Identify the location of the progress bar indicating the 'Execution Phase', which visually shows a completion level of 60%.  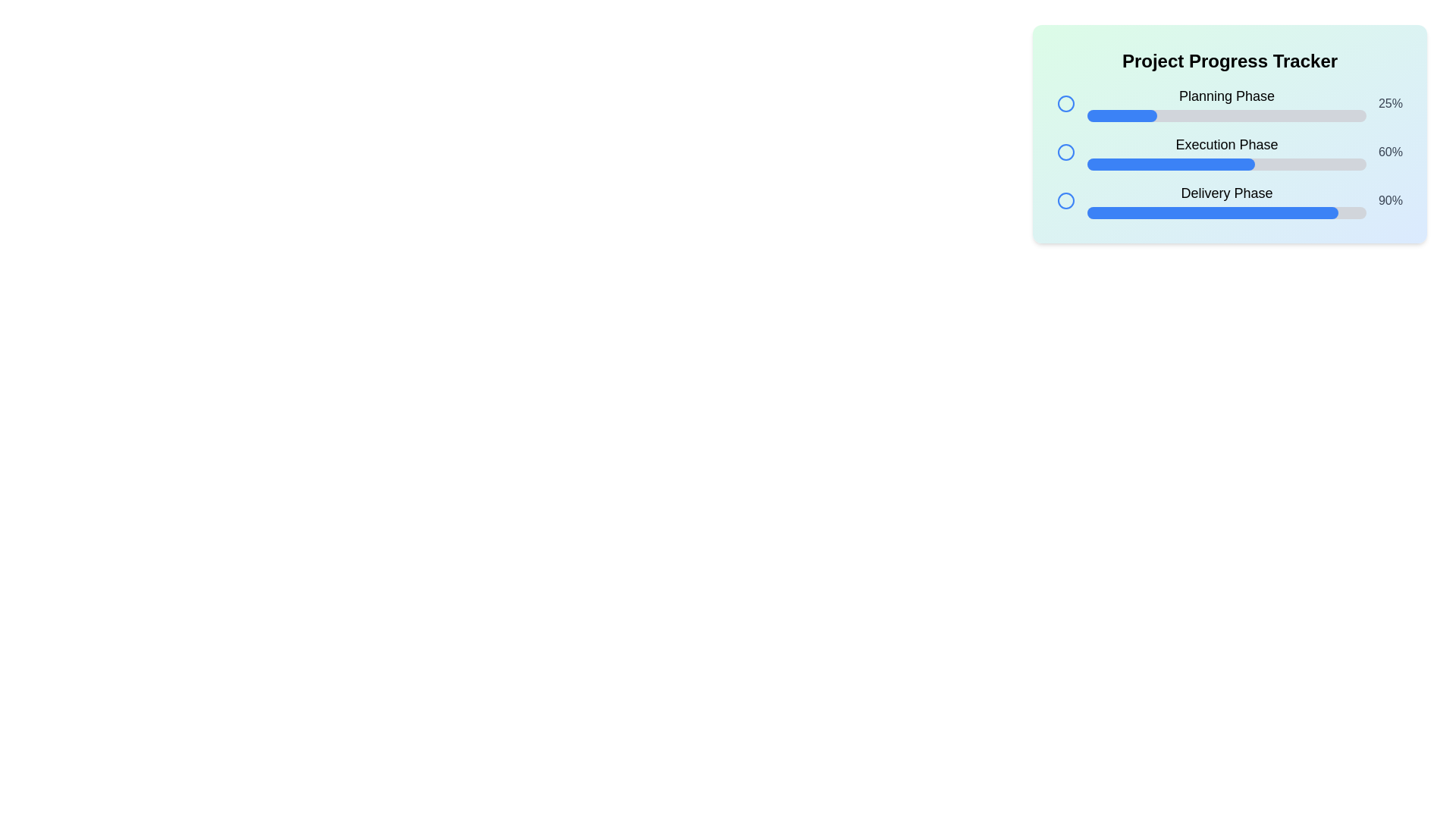
(1226, 152).